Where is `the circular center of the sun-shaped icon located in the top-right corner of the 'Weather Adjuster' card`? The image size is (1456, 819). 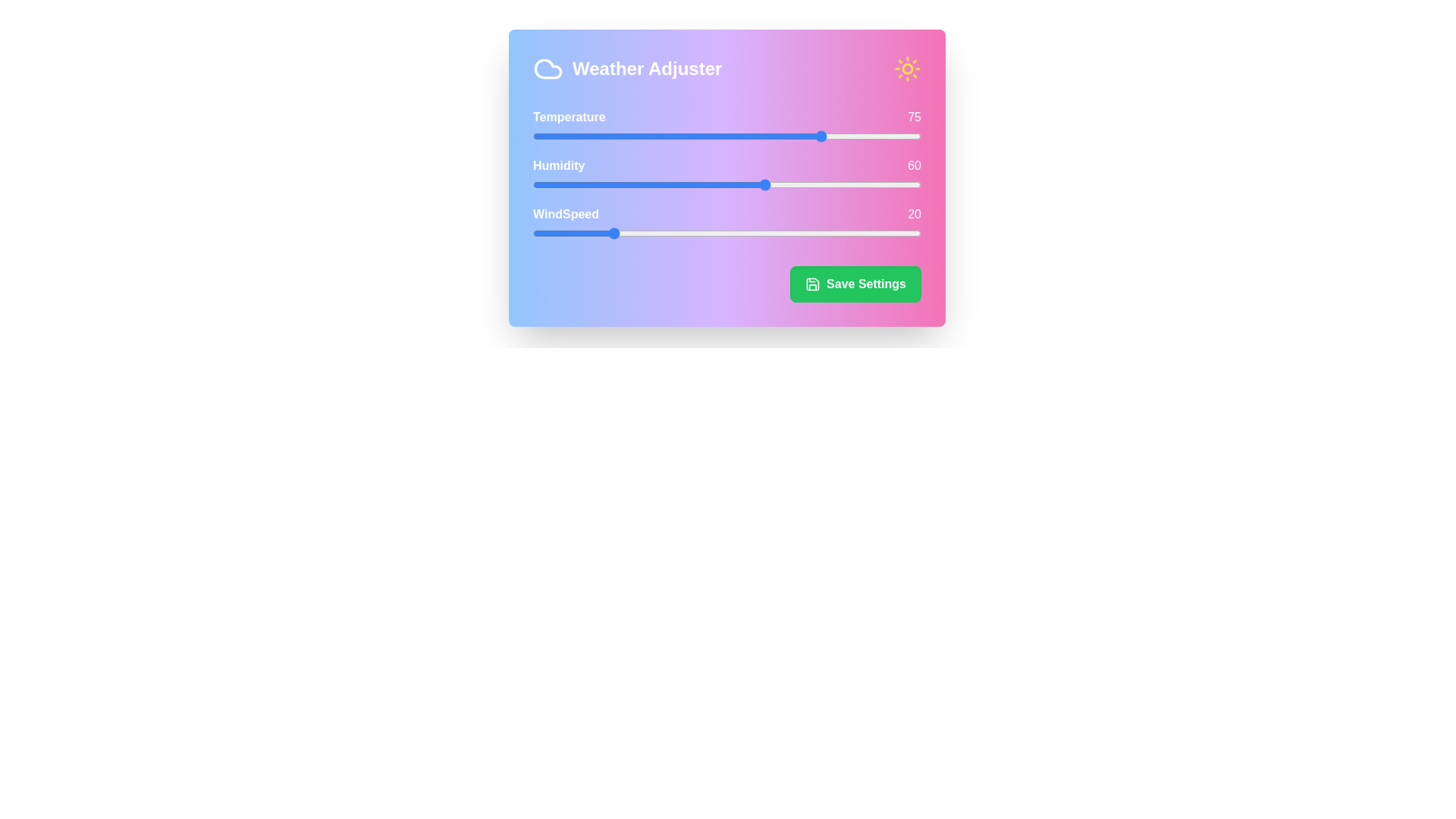 the circular center of the sun-shaped icon located in the top-right corner of the 'Weather Adjuster' card is located at coordinates (907, 69).